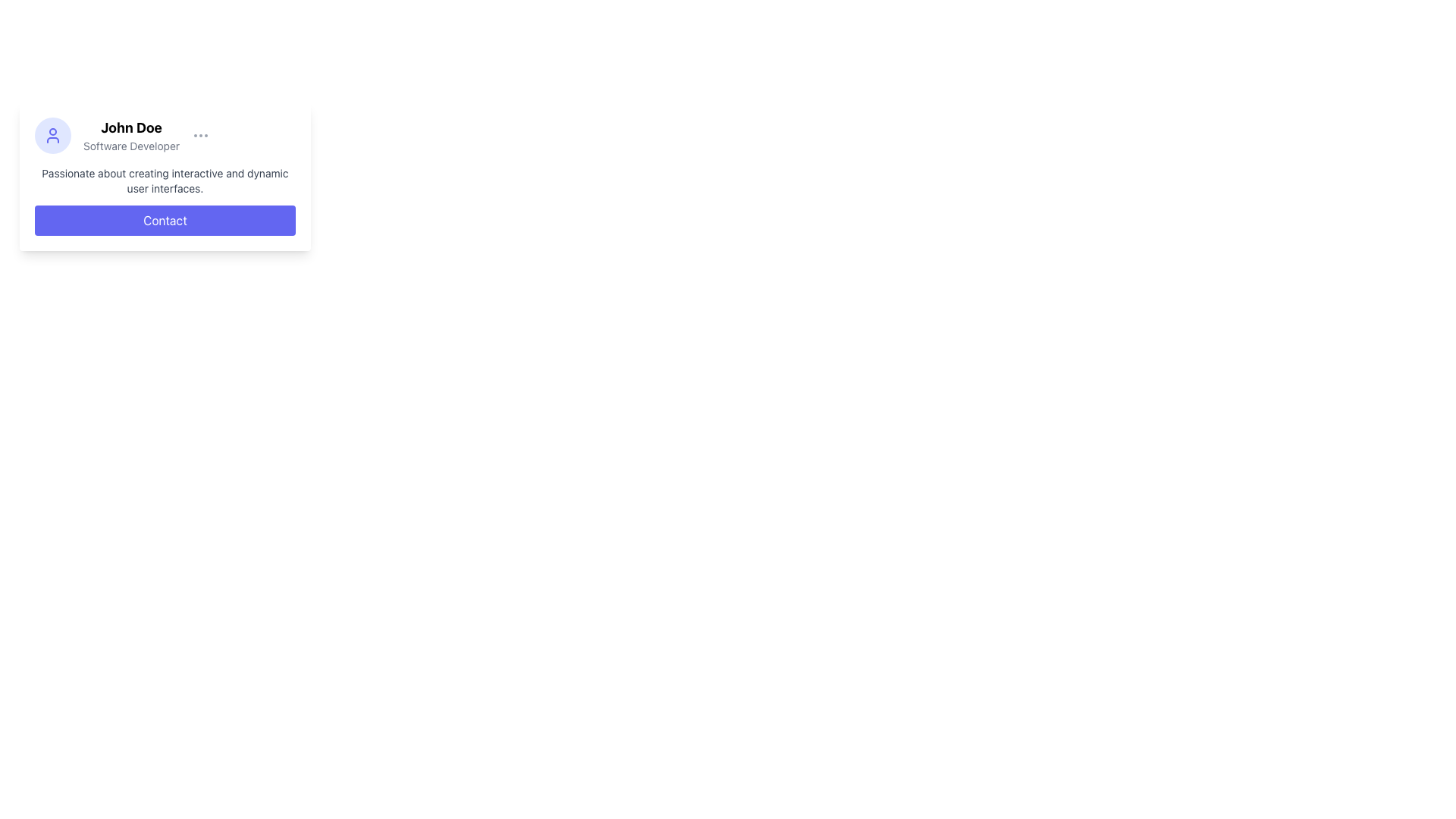 The image size is (1456, 819). What do you see at coordinates (165, 180) in the screenshot?
I see `descriptive text content located in the central section of the profile card, positioned below the user's name and job title, and above the blue 'Contact' button` at bounding box center [165, 180].